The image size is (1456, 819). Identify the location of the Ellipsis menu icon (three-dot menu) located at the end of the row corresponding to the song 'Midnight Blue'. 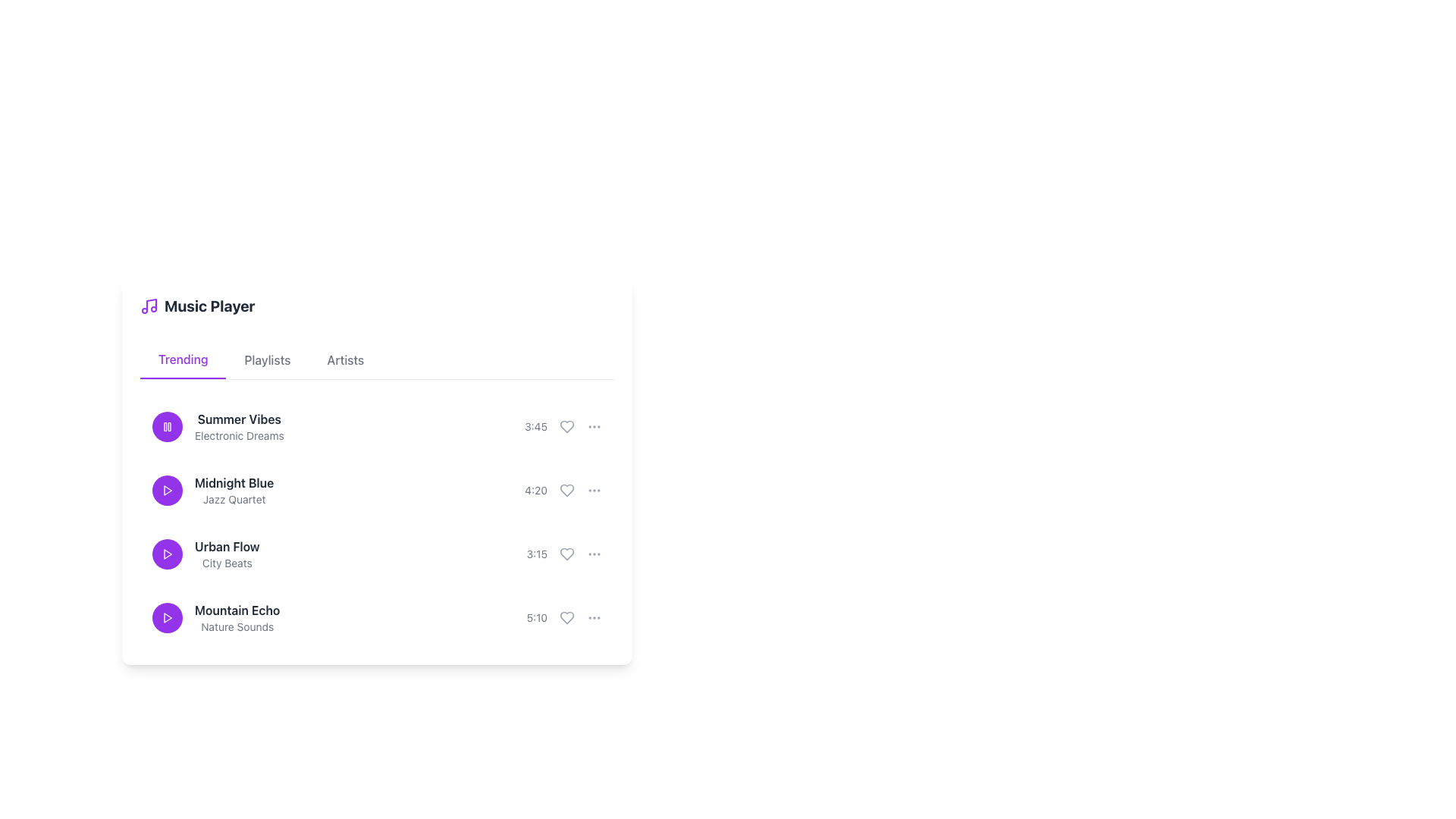
(593, 491).